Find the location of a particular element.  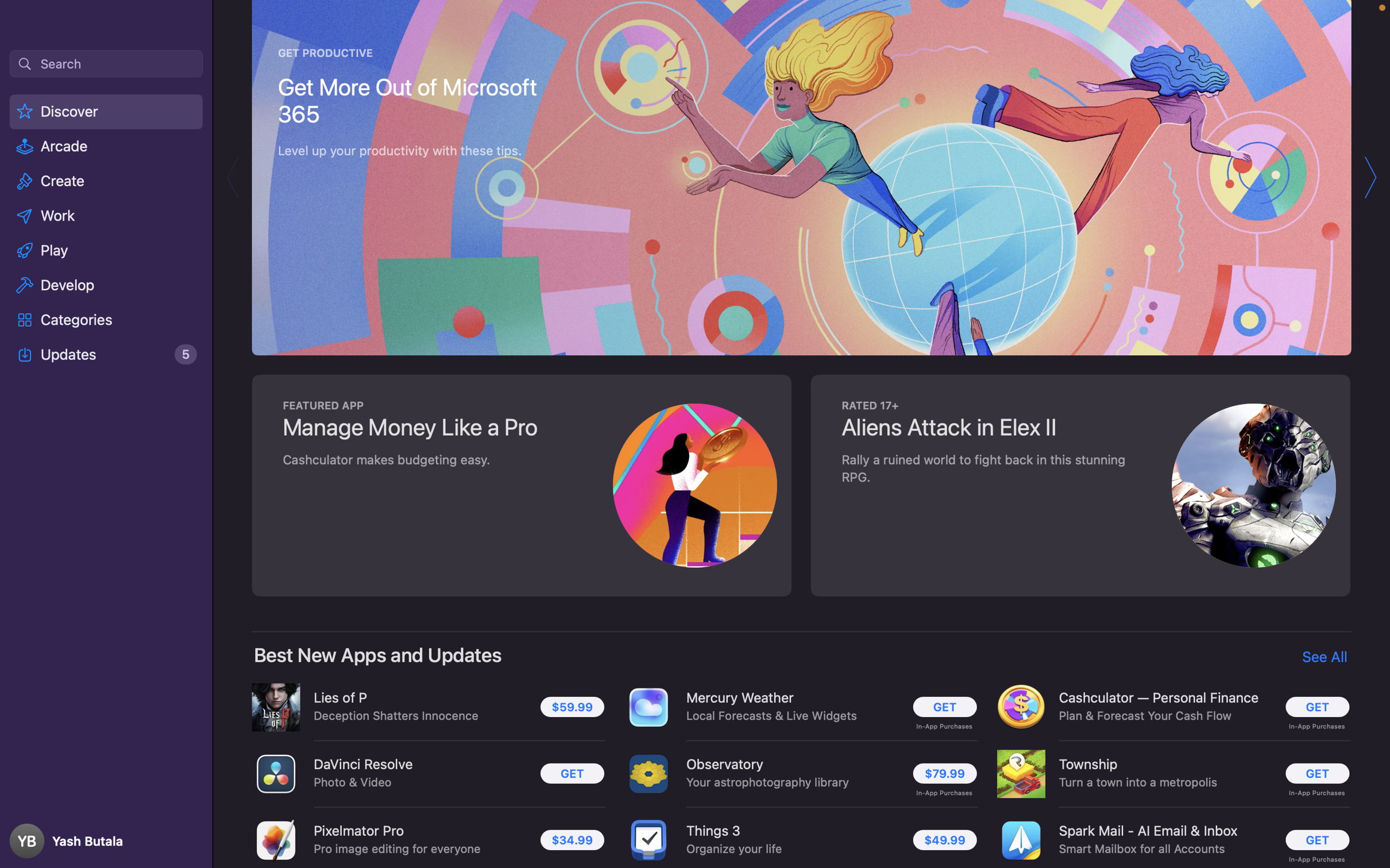

the "Updates" section is located at coordinates (106, 354).